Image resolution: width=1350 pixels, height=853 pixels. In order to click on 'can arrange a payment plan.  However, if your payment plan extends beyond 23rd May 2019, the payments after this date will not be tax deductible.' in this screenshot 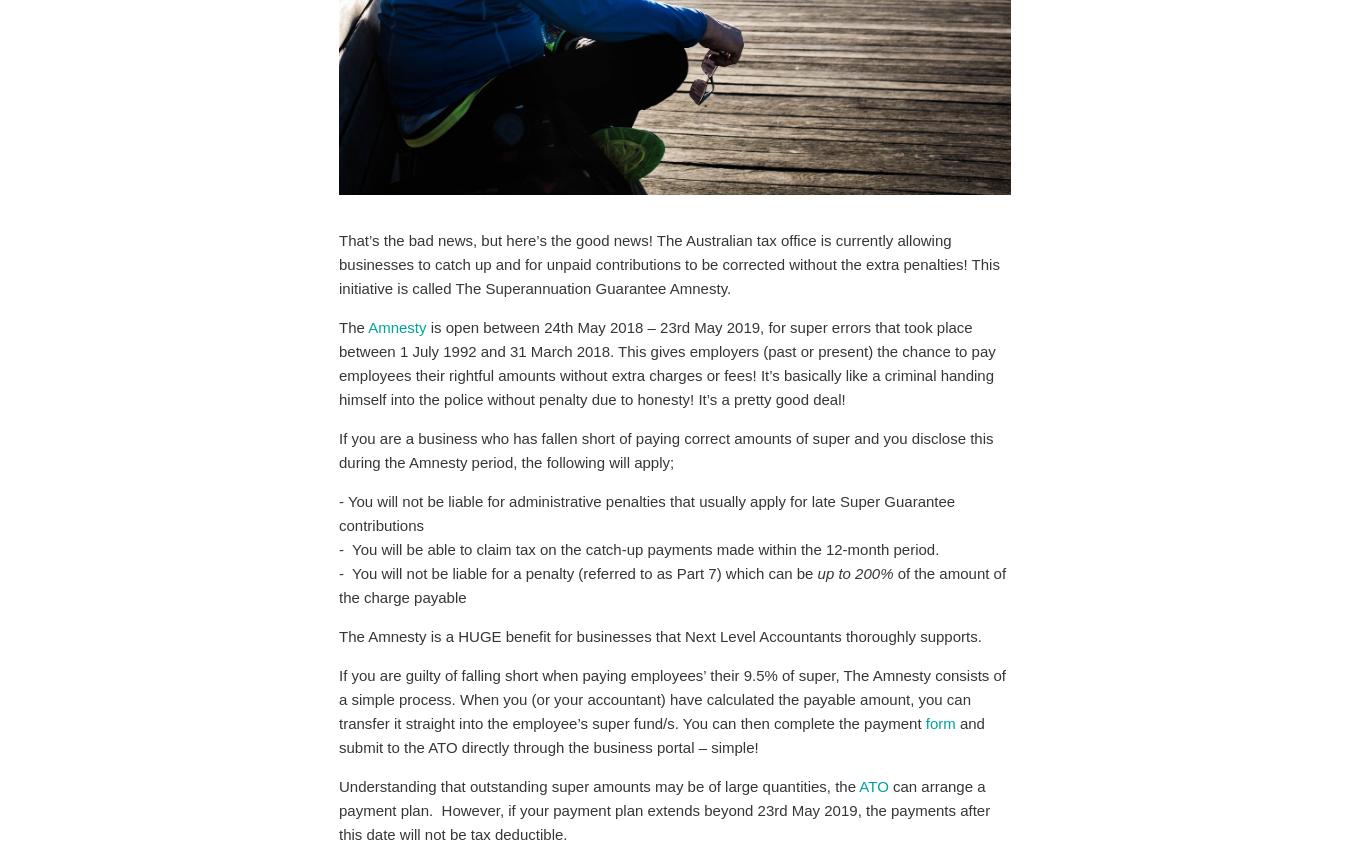, I will do `click(666, 809)`.